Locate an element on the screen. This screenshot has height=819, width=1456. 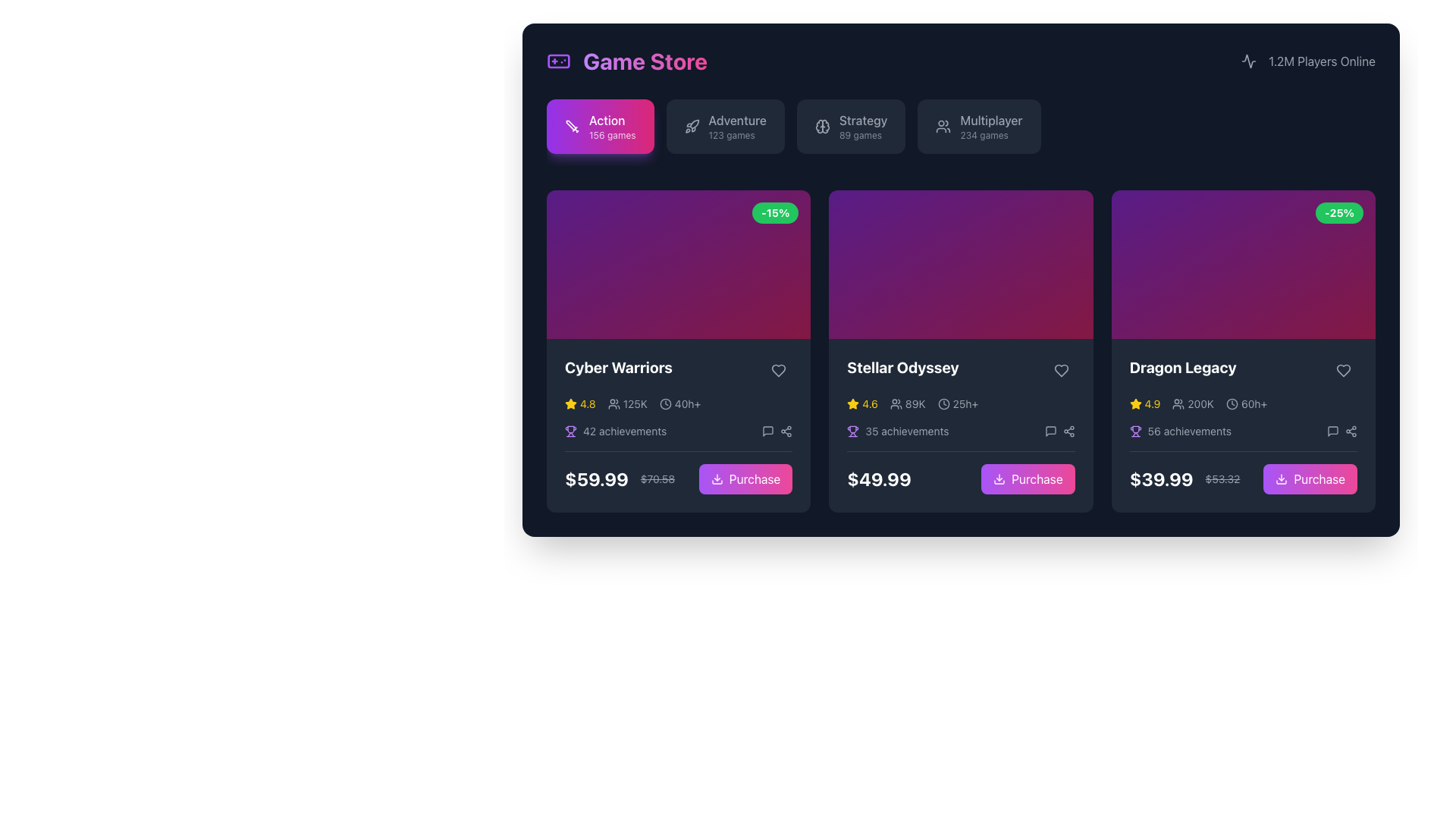
the bold text label 'Strategy' which is the title section of the third button in a horizontal list of category buttons, positioned between 'Adventure' and 'Multiplayer' is located at coordinates (863, 119).